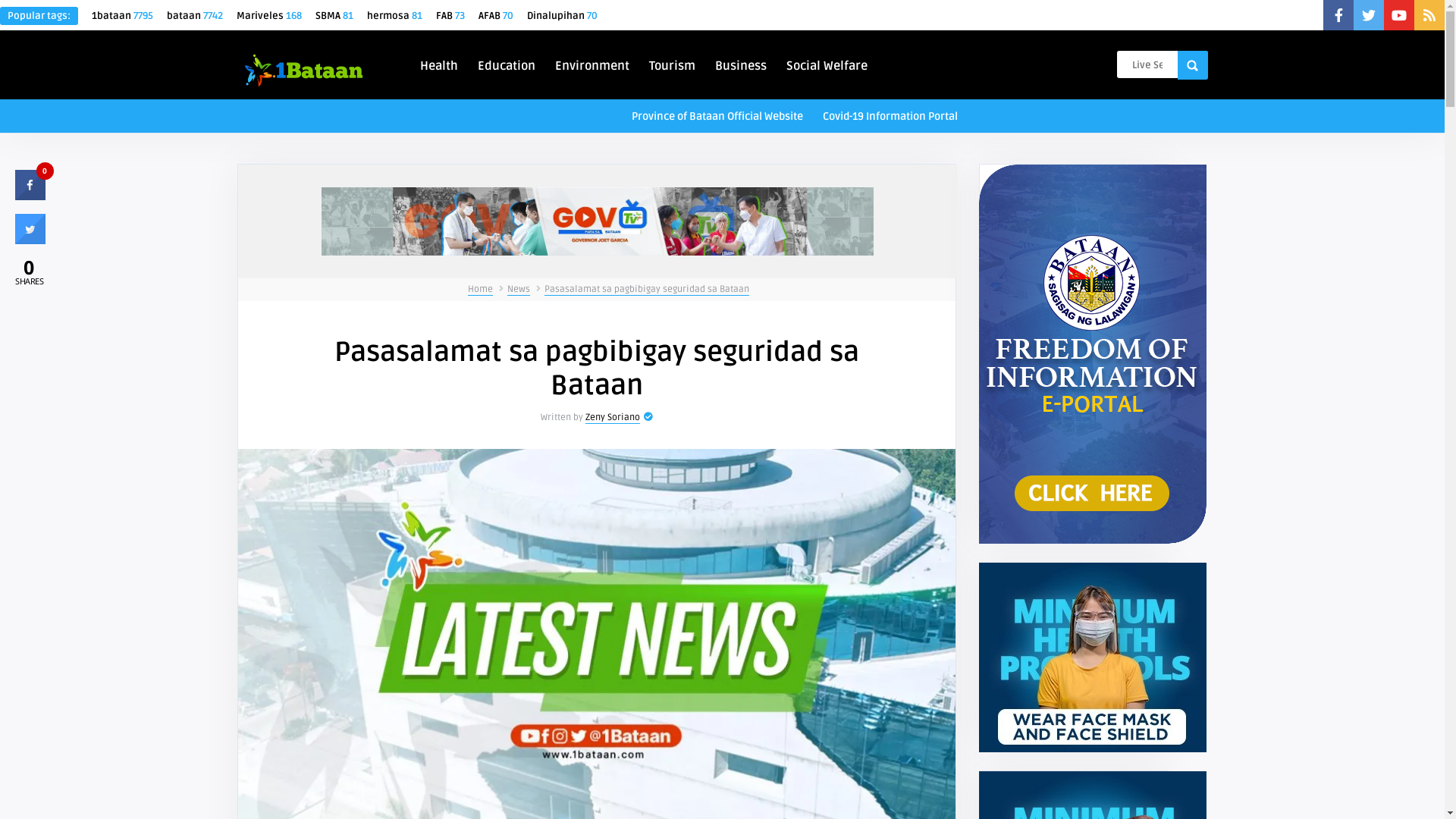 This screenshot has height=819, width=1456. Describe the element at coordinates (591, 63) in the screenshot. I see `'Environment'` at that location.